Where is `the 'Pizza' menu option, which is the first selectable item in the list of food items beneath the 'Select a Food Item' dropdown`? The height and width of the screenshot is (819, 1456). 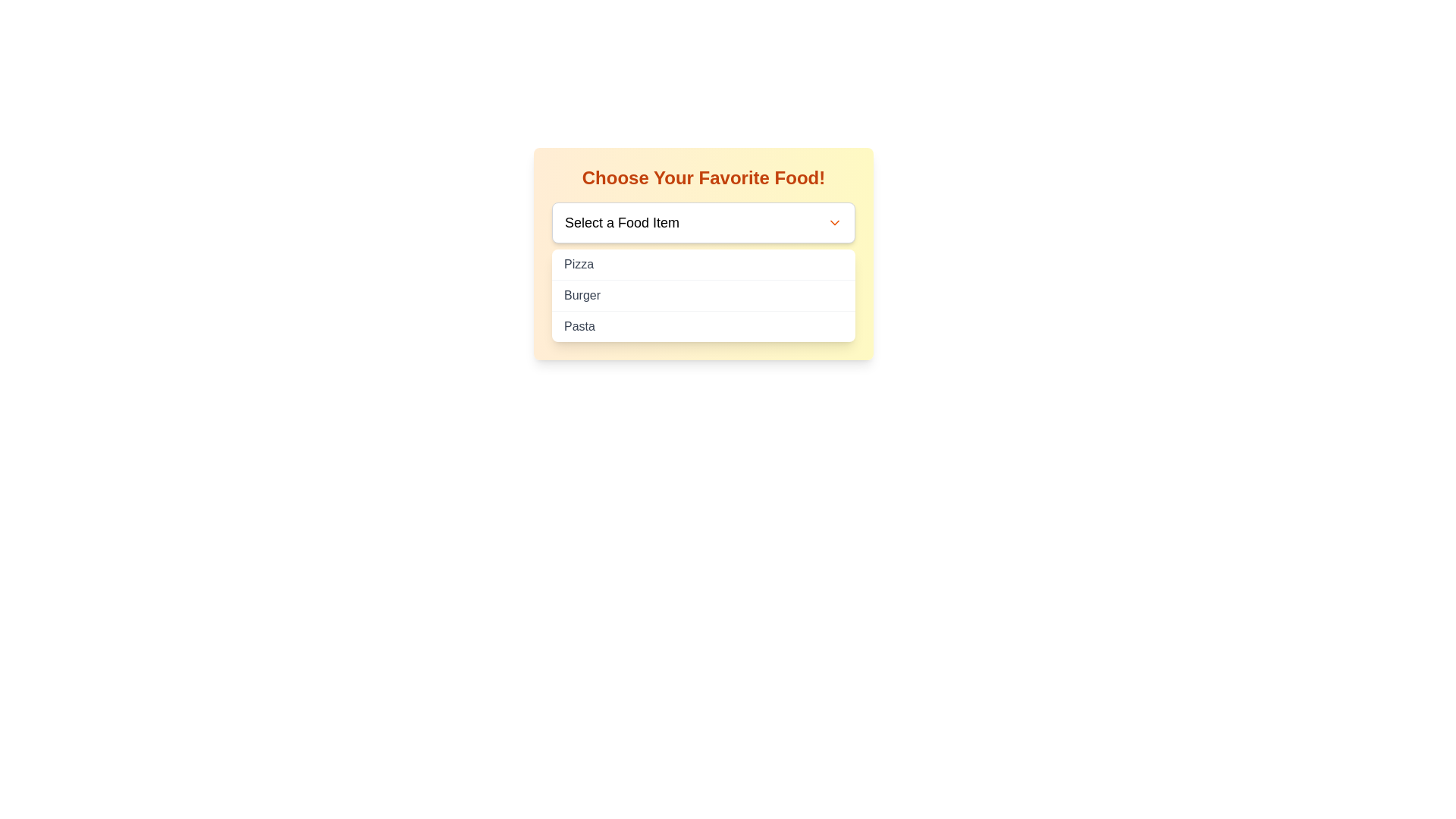 the 'Pizza' menu option, which is the first selectable item in the list of food items beneath the 'Select a Food Item' dropdown is located at coordinates (702, 263).